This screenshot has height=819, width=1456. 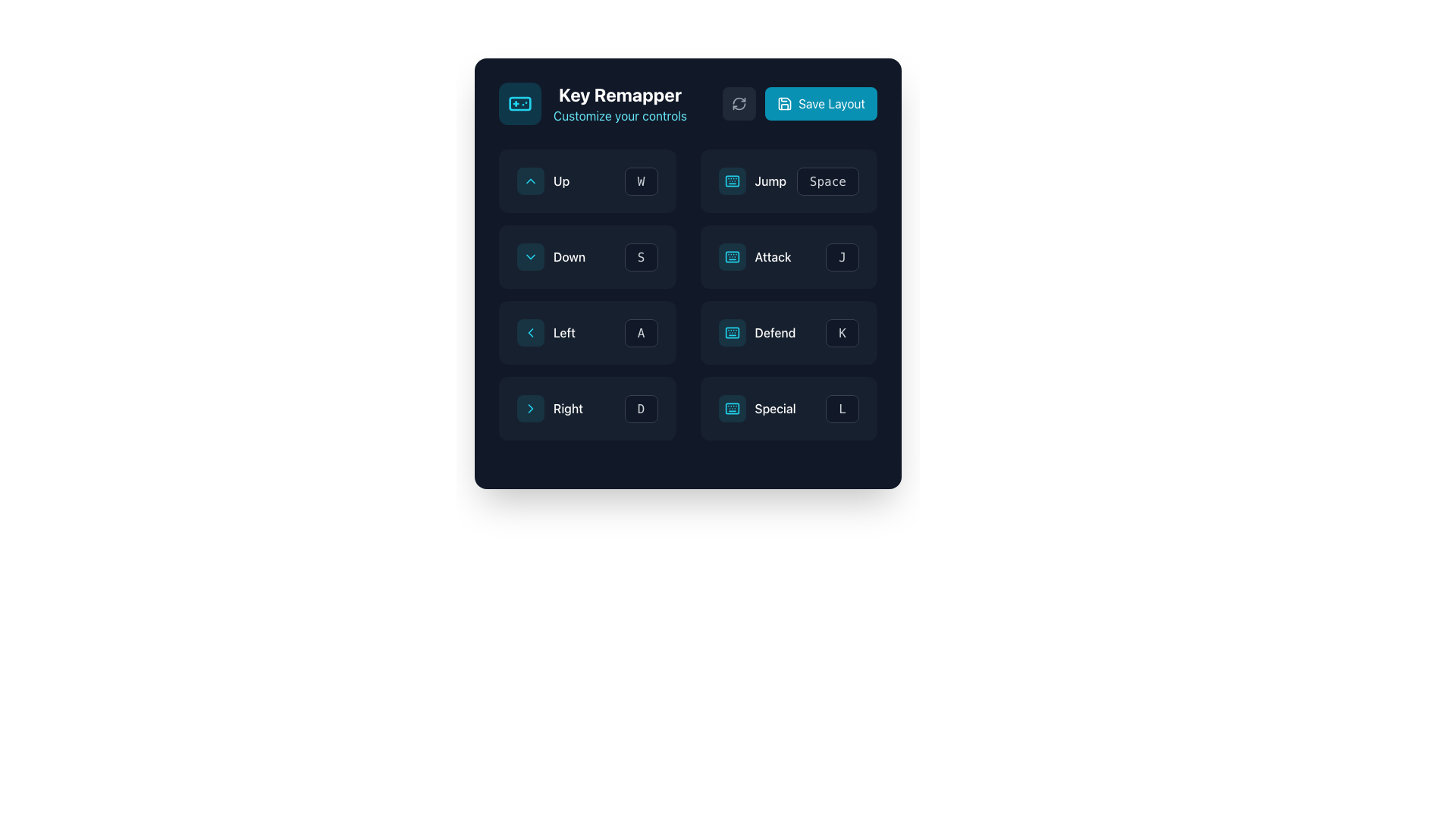 What do you see at coordinates (549, 408) in the screenshot?
I see `the 'Right' button located in the bottom-left cell of the 3x3 button grid in the 'Key Remapper' interface for keyboard navigation` at bounding box center [549, 408].